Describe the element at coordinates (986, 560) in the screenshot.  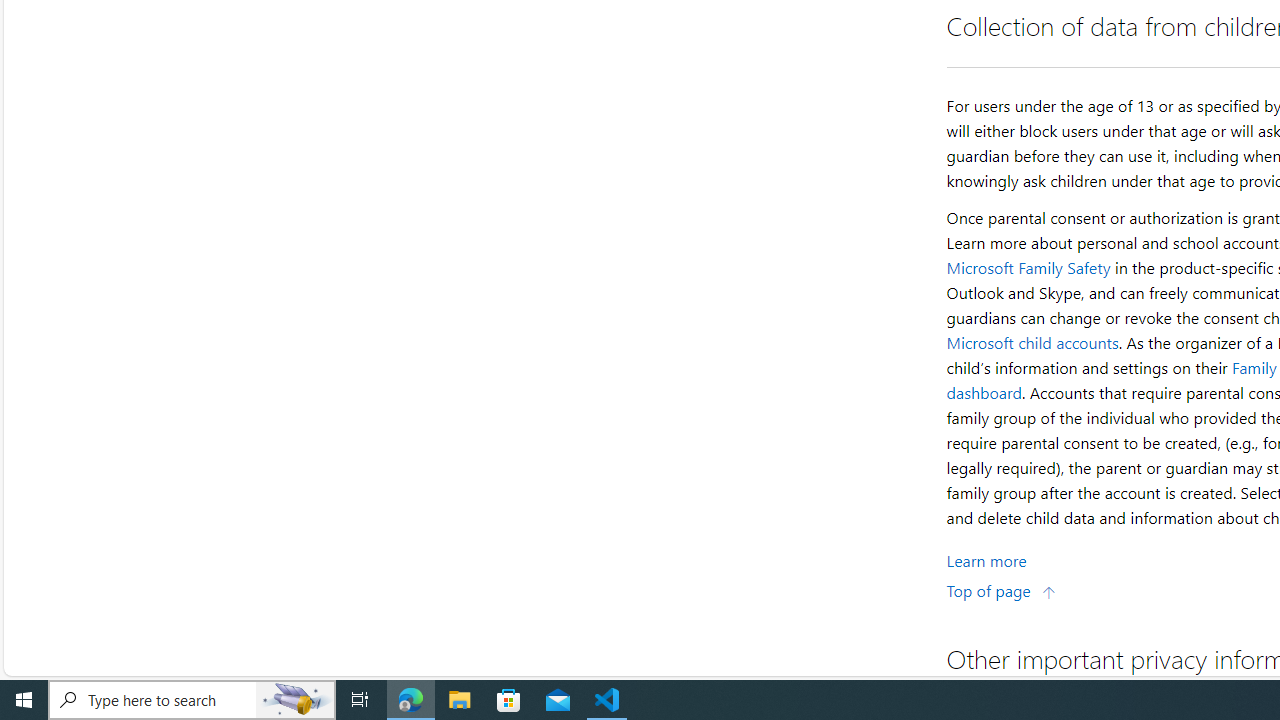
I see `'Learn More about Collection of data from children'` at that location.